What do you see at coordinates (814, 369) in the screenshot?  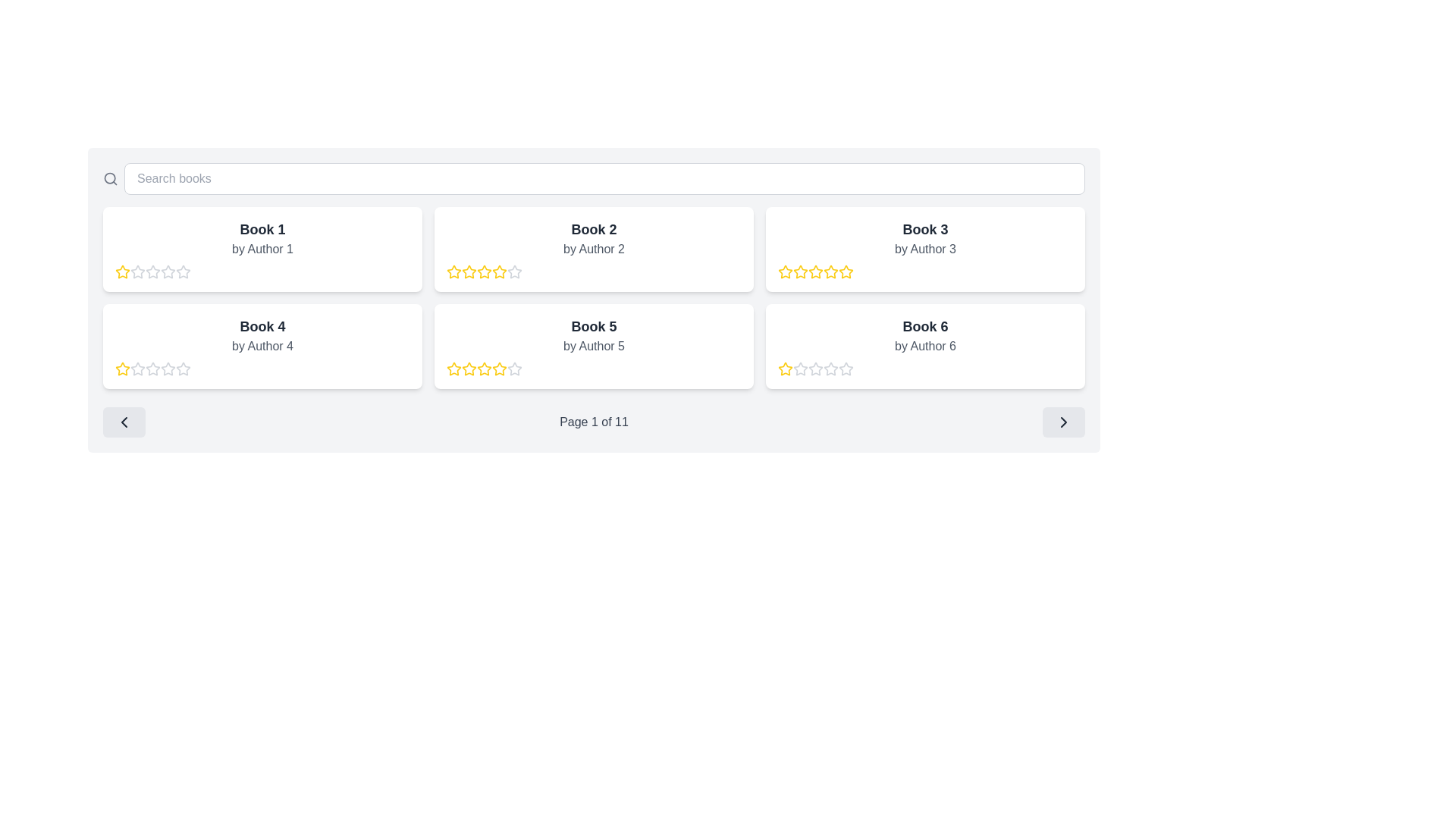 I see `the second star icon in the rating system for 'Book 6' by 'Author 6' located in the bottom right card of the page to interact with it` at bounding box center [814, 369].